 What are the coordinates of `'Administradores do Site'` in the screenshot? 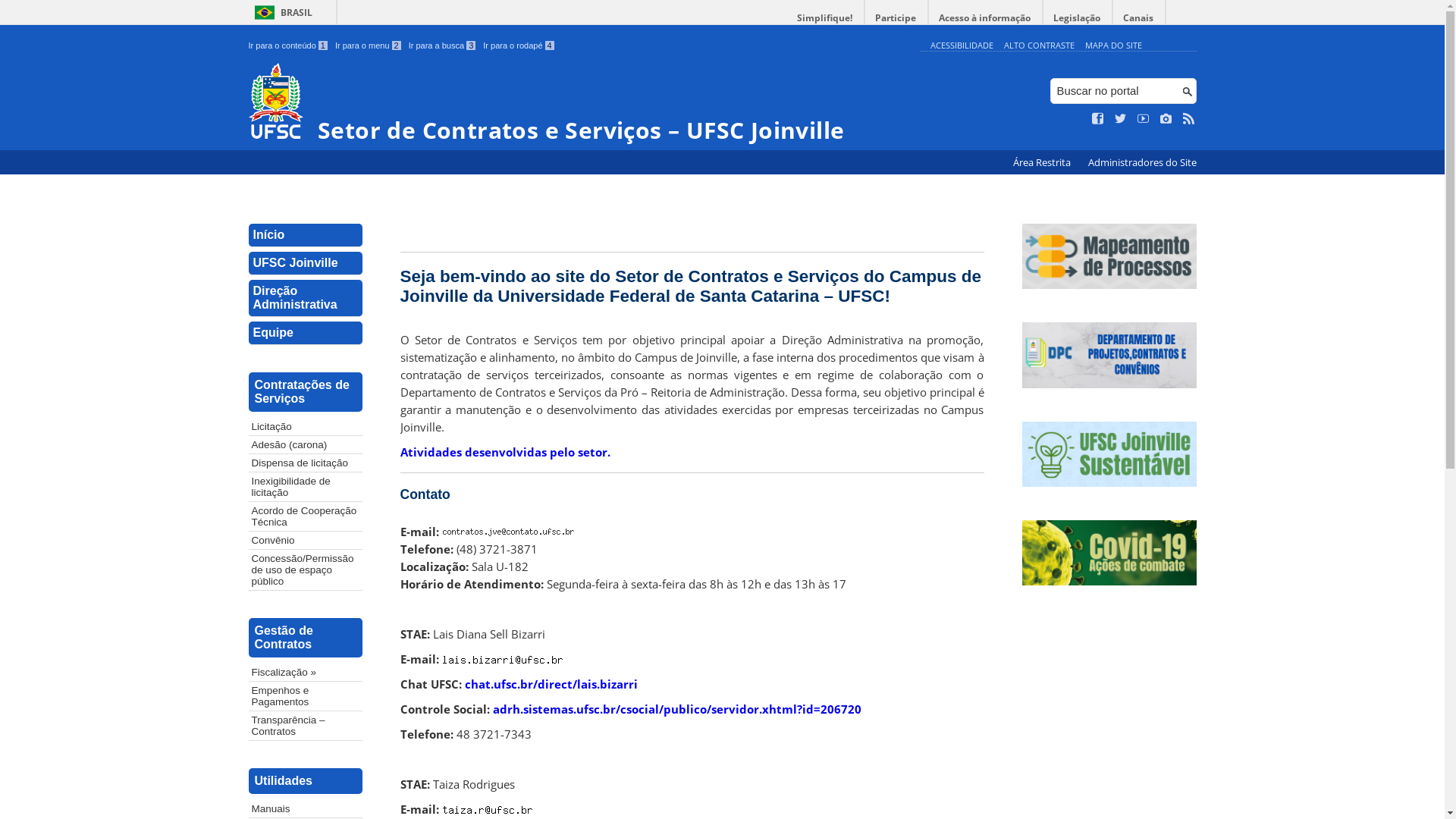 It's located at (1141, 162).